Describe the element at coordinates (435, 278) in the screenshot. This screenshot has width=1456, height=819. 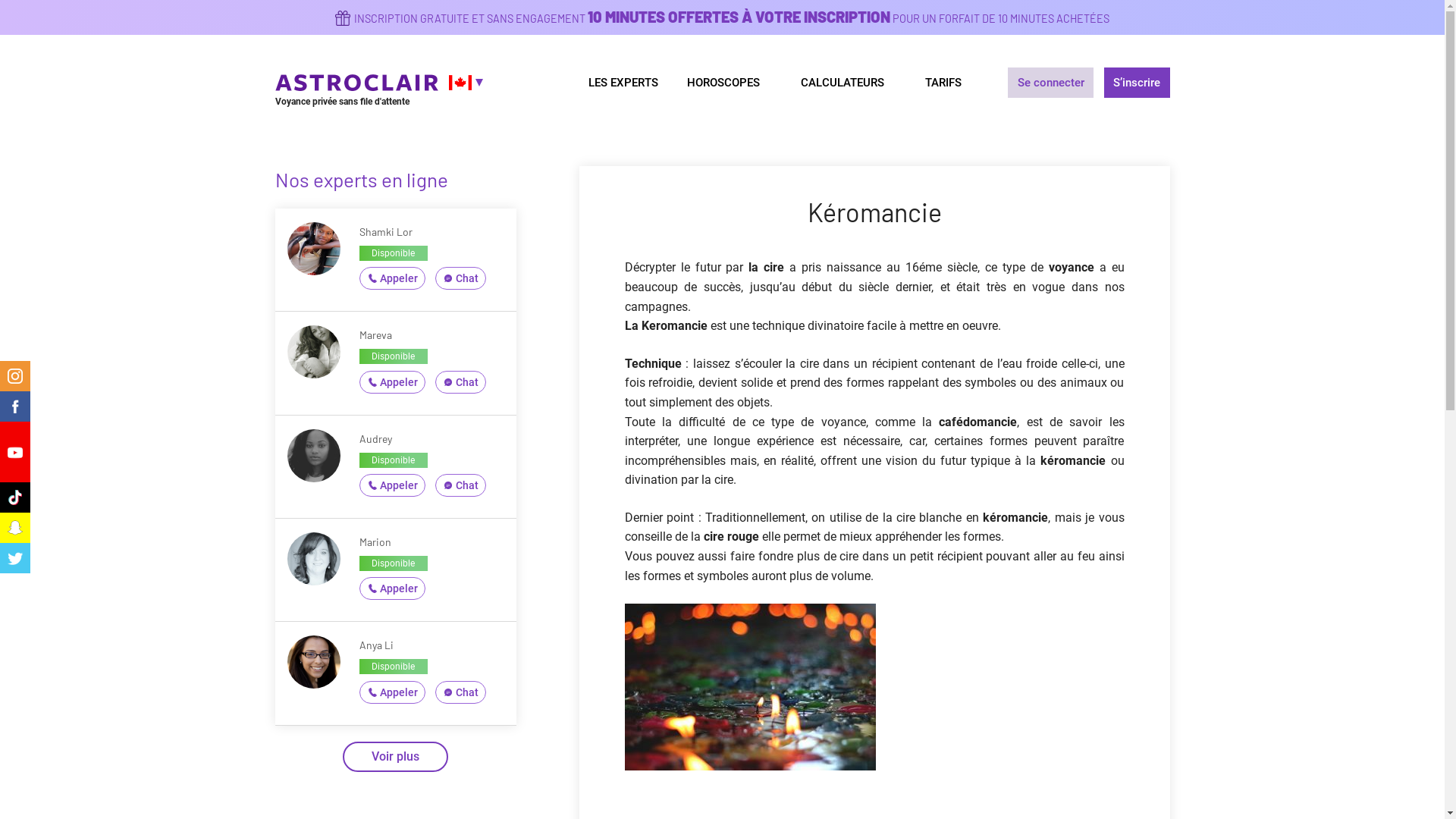
I see `'Chat'` at that location.